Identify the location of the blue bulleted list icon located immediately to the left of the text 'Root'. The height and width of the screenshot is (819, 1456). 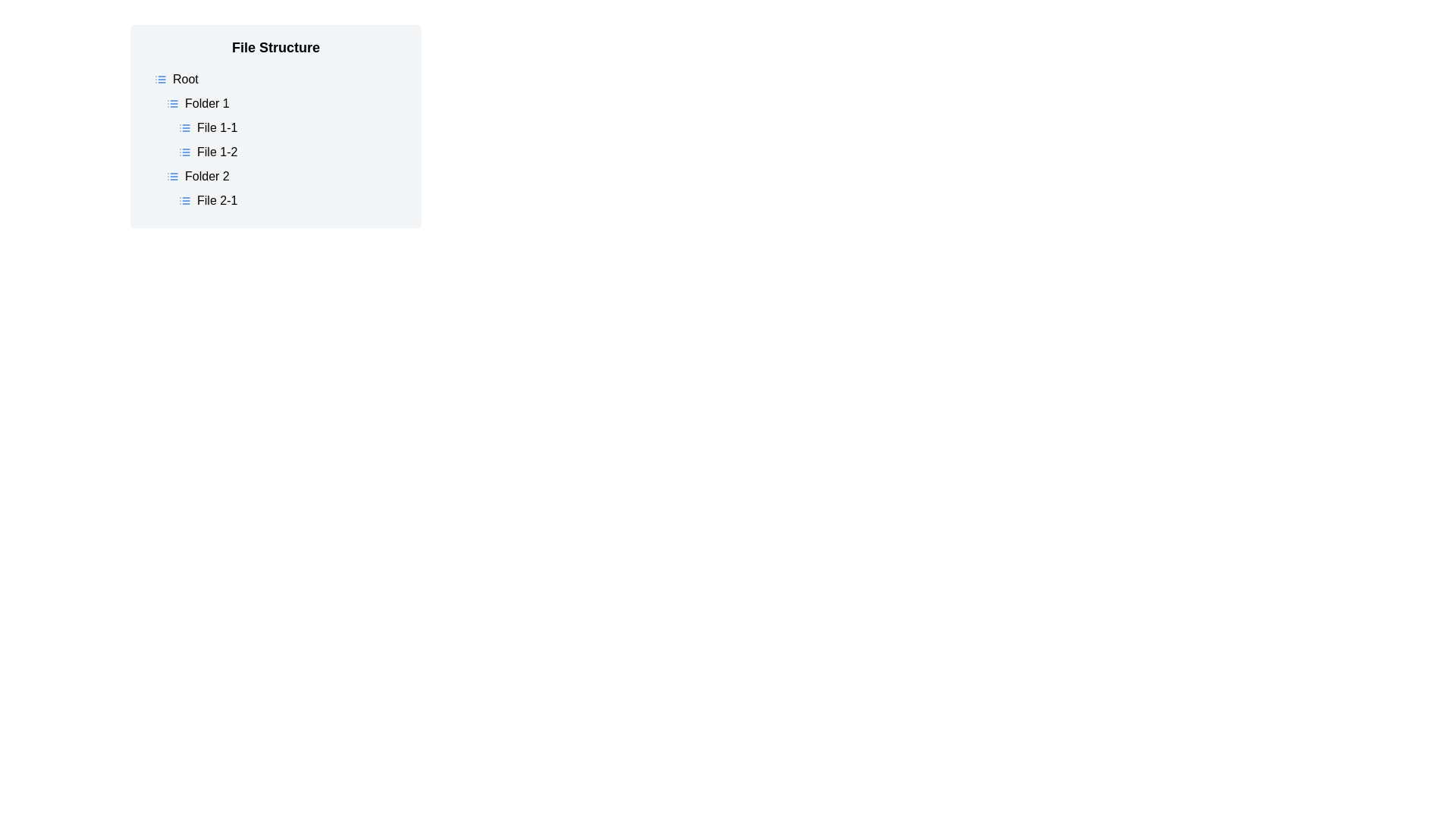
(160, 79).